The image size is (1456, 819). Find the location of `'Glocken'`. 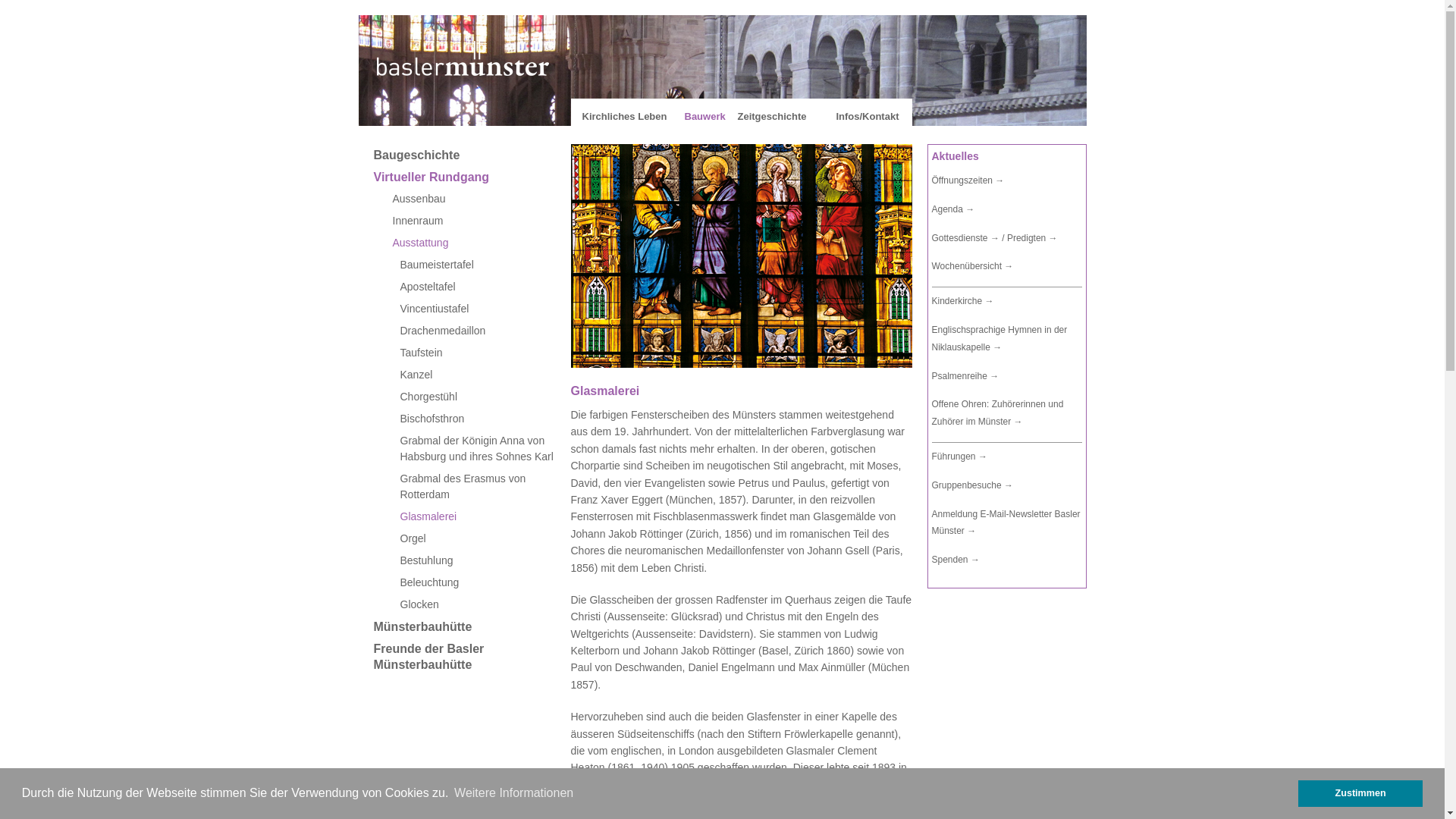

'Glocken' is located at coordinates (475, 604).